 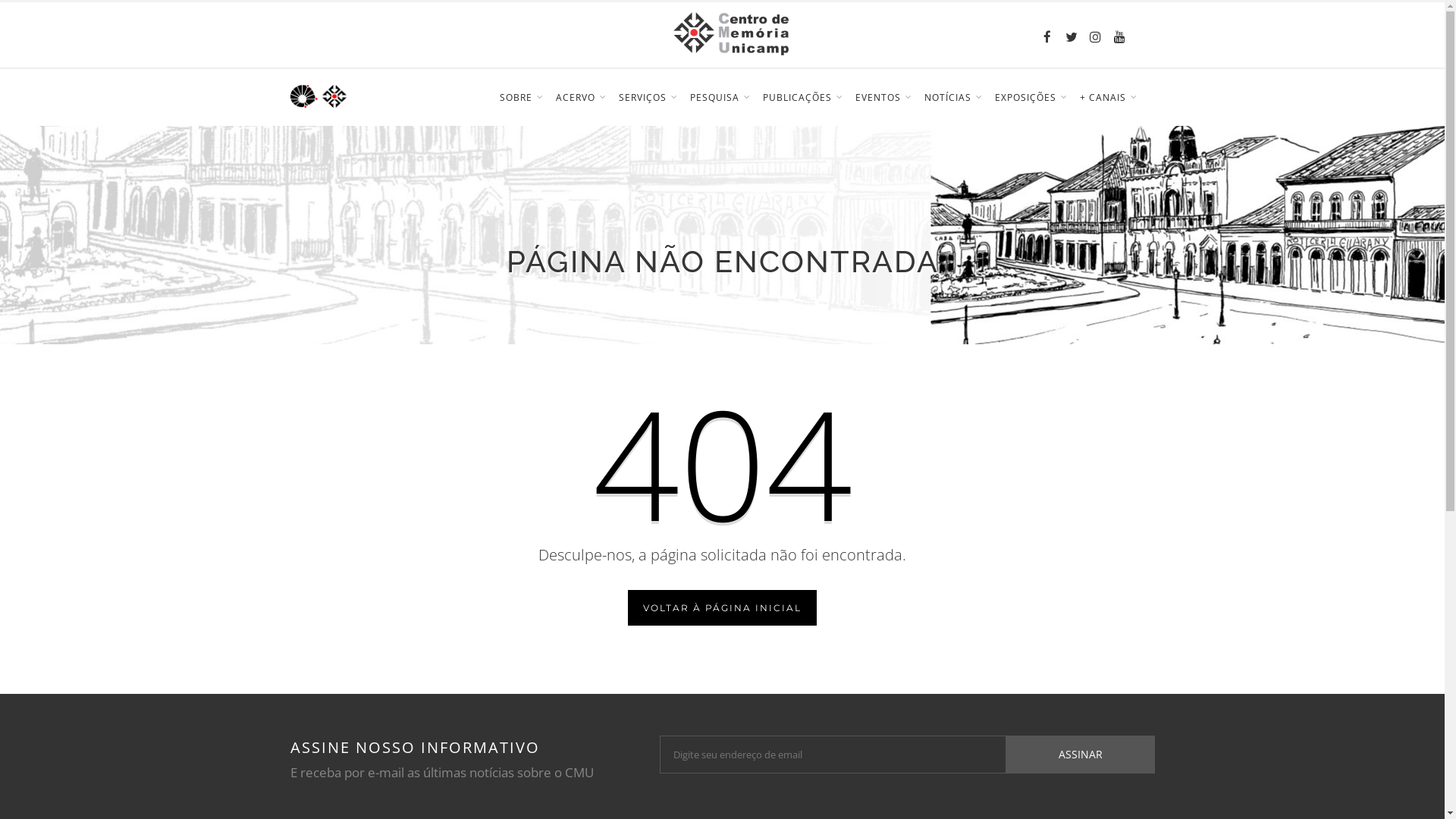 What do you see at coordinates (683, 97) in the screenshot?
I see `'PESQUISA'` at bounding box center [683, 97].